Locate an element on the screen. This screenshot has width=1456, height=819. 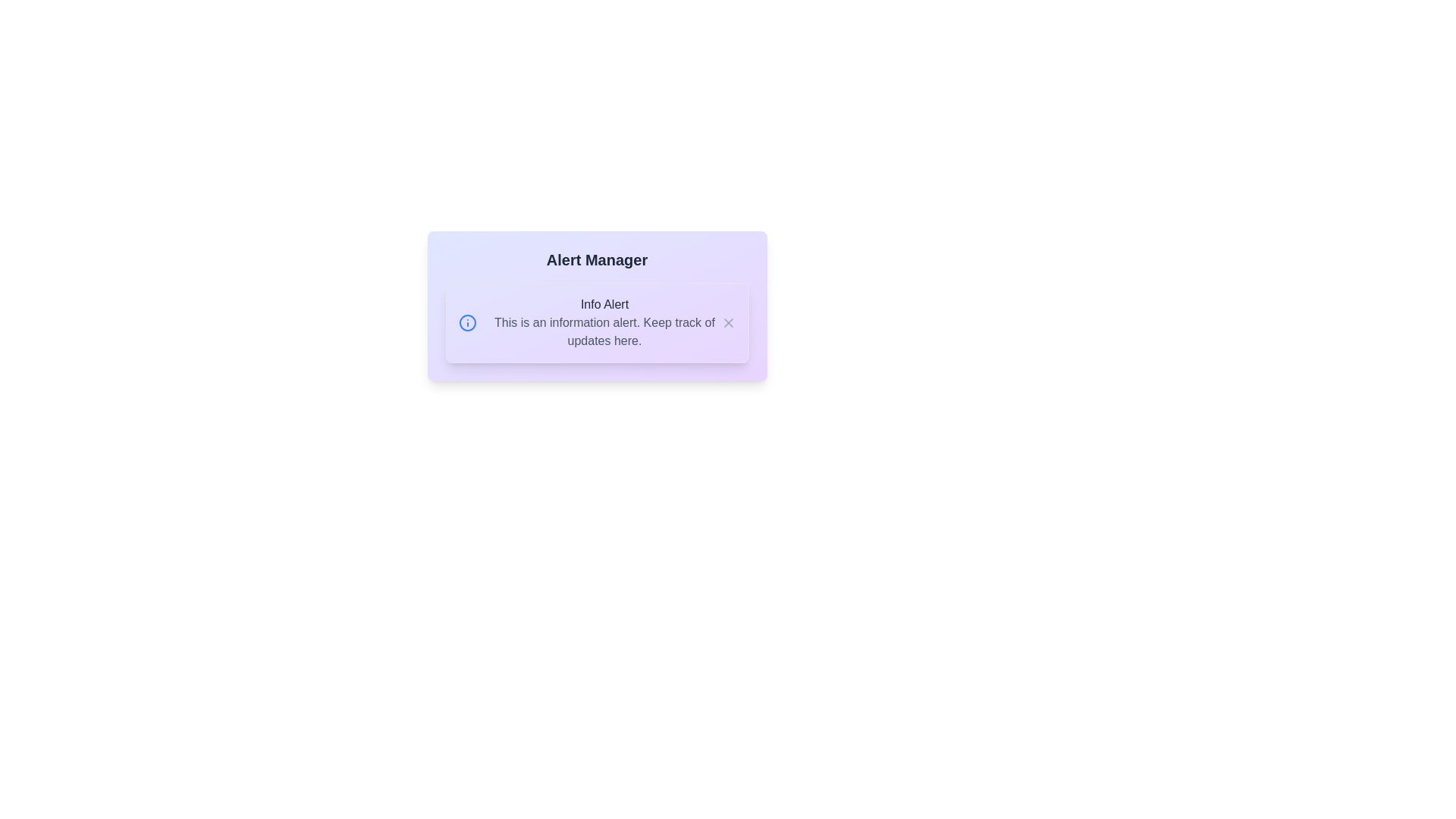
the alert icon to interact with it is located at coordinates (466, 322).